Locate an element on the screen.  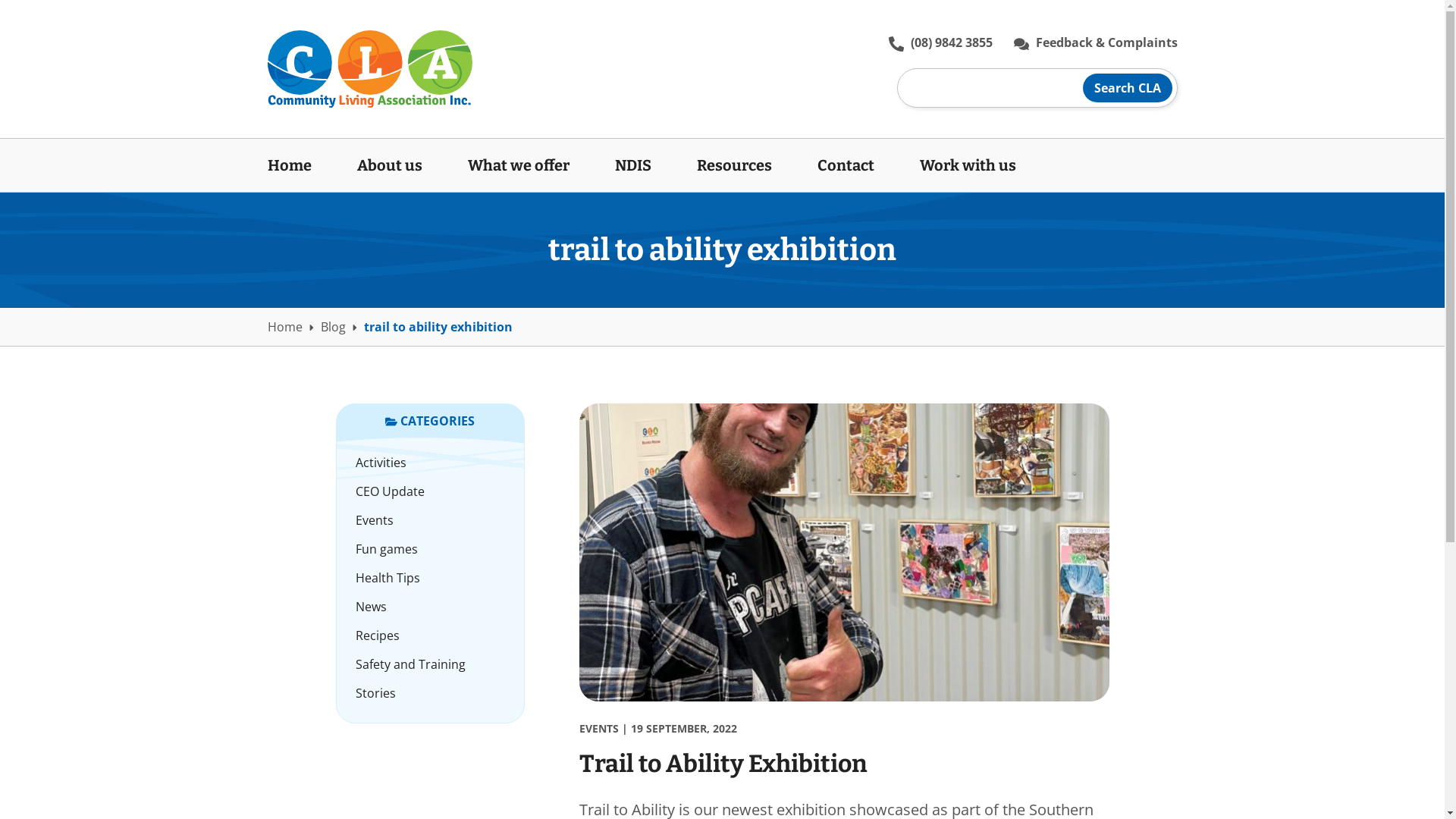
'About us' is located at coordinates (389, 165).